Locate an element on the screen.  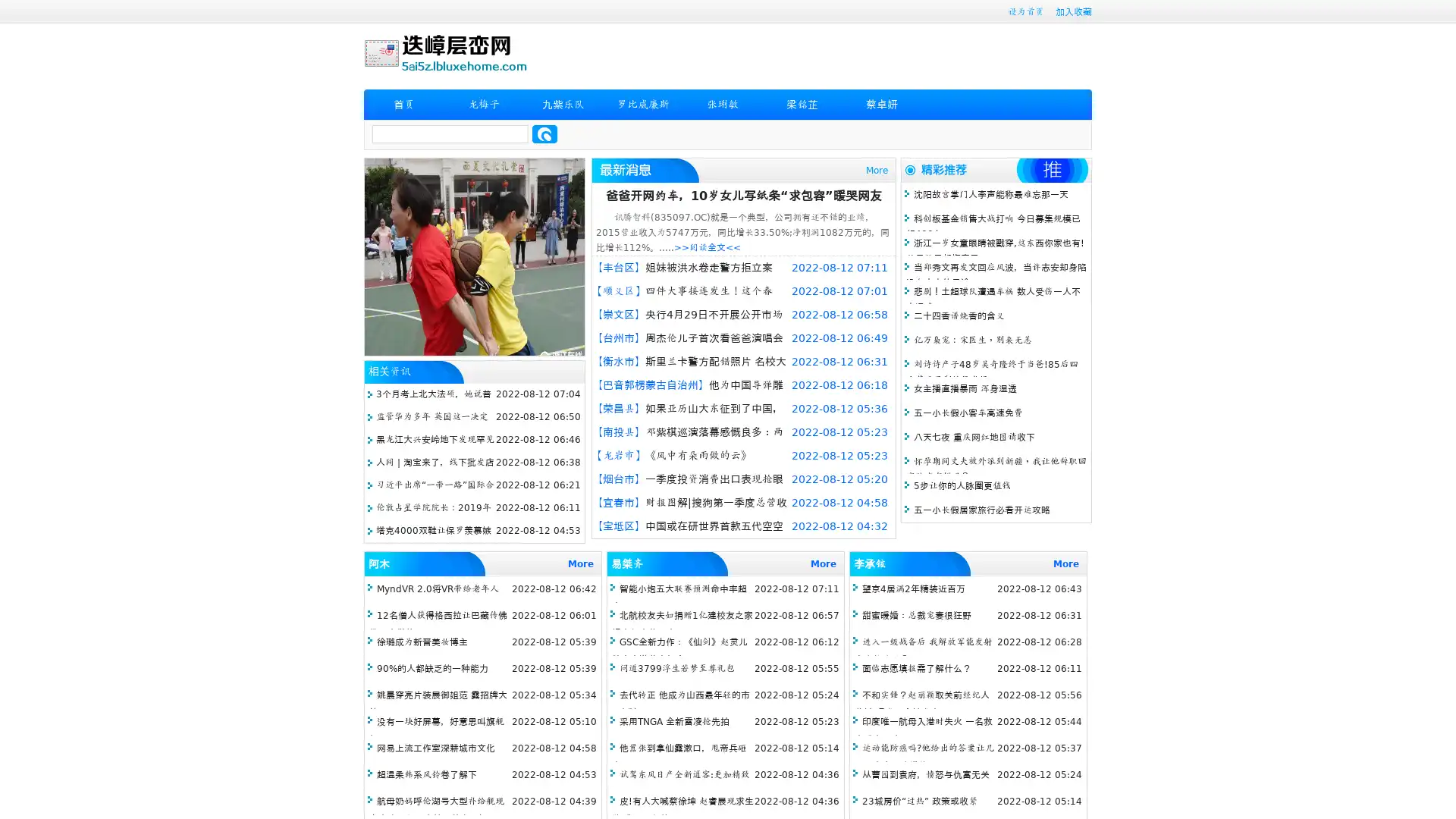
Search is located at coordinates (544, 133).